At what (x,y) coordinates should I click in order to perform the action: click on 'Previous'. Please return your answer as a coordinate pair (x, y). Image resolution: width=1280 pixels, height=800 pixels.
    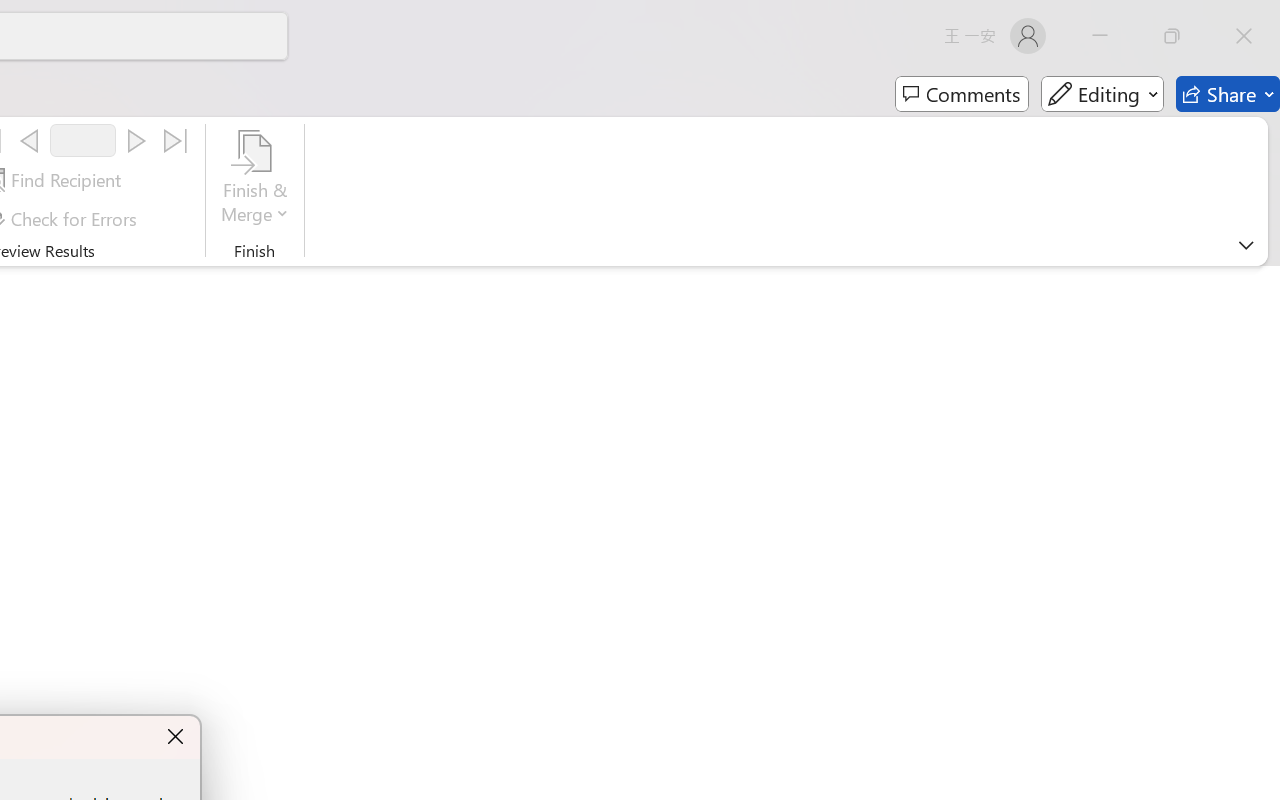
    Looking at the image, I should click on (29, 141).